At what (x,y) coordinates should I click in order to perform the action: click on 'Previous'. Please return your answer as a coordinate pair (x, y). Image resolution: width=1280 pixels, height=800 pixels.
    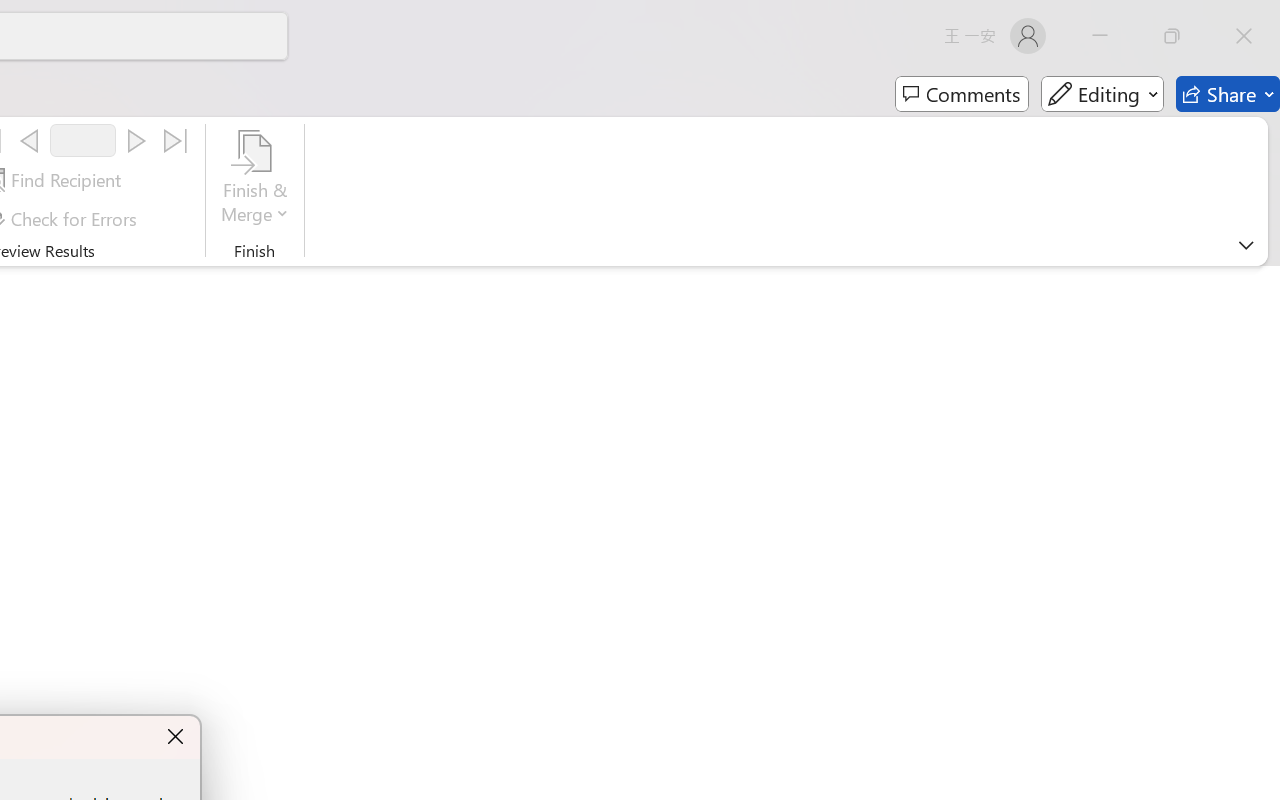
    Looking at the image, I should click on (29, 141).